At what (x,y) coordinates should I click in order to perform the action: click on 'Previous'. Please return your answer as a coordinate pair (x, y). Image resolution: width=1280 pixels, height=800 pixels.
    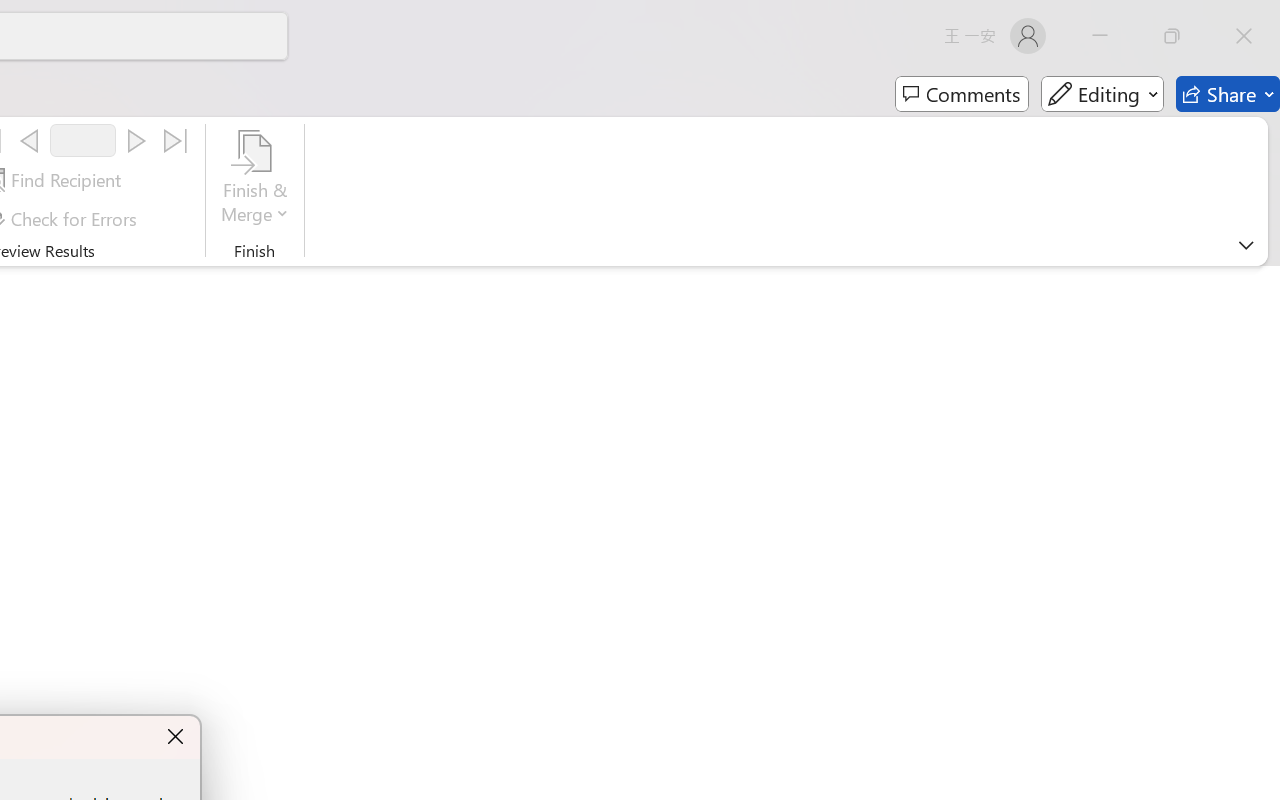
    Looking at the image, I should click on (29, 141).